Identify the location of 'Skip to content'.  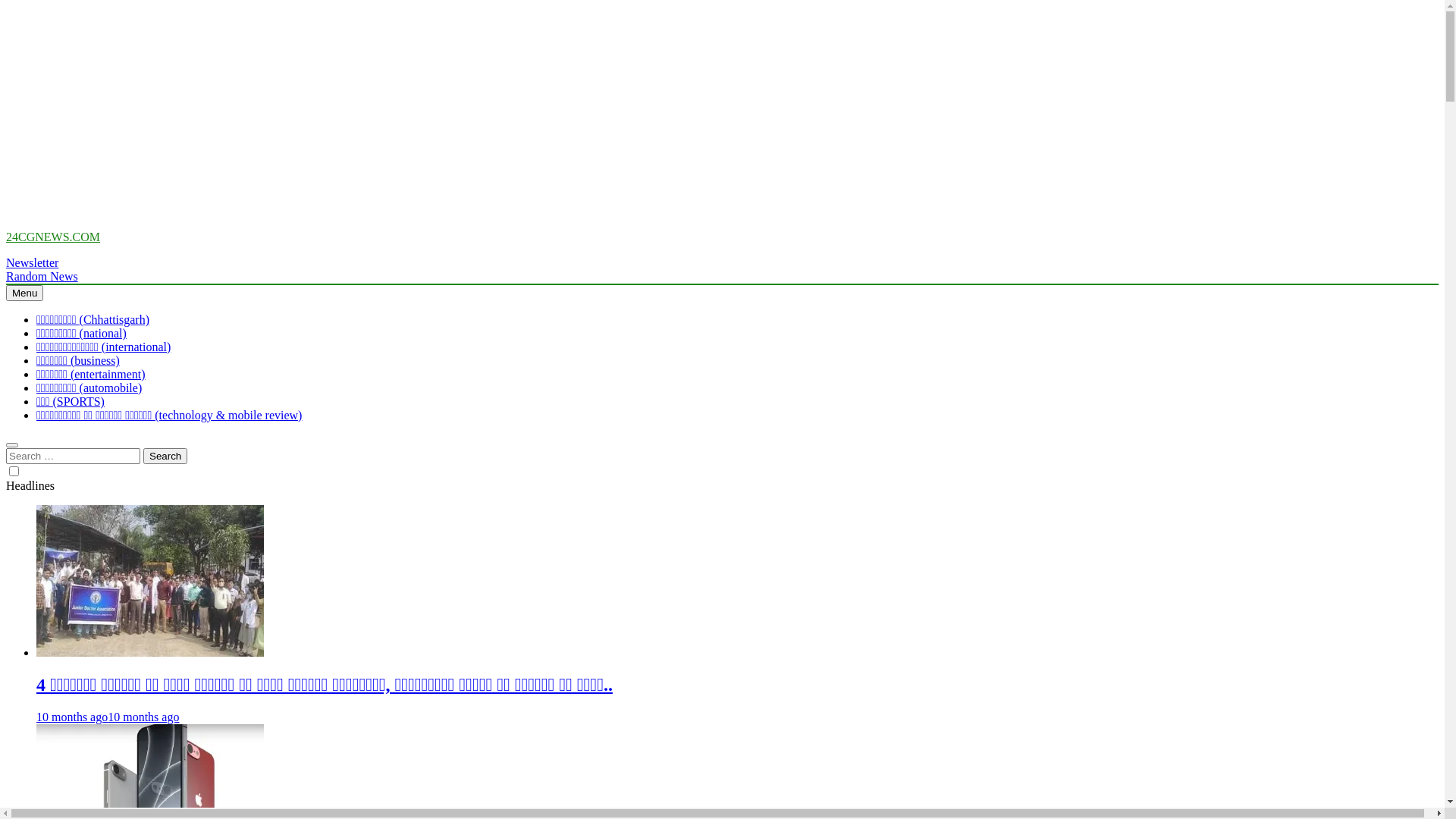
(5, 230).